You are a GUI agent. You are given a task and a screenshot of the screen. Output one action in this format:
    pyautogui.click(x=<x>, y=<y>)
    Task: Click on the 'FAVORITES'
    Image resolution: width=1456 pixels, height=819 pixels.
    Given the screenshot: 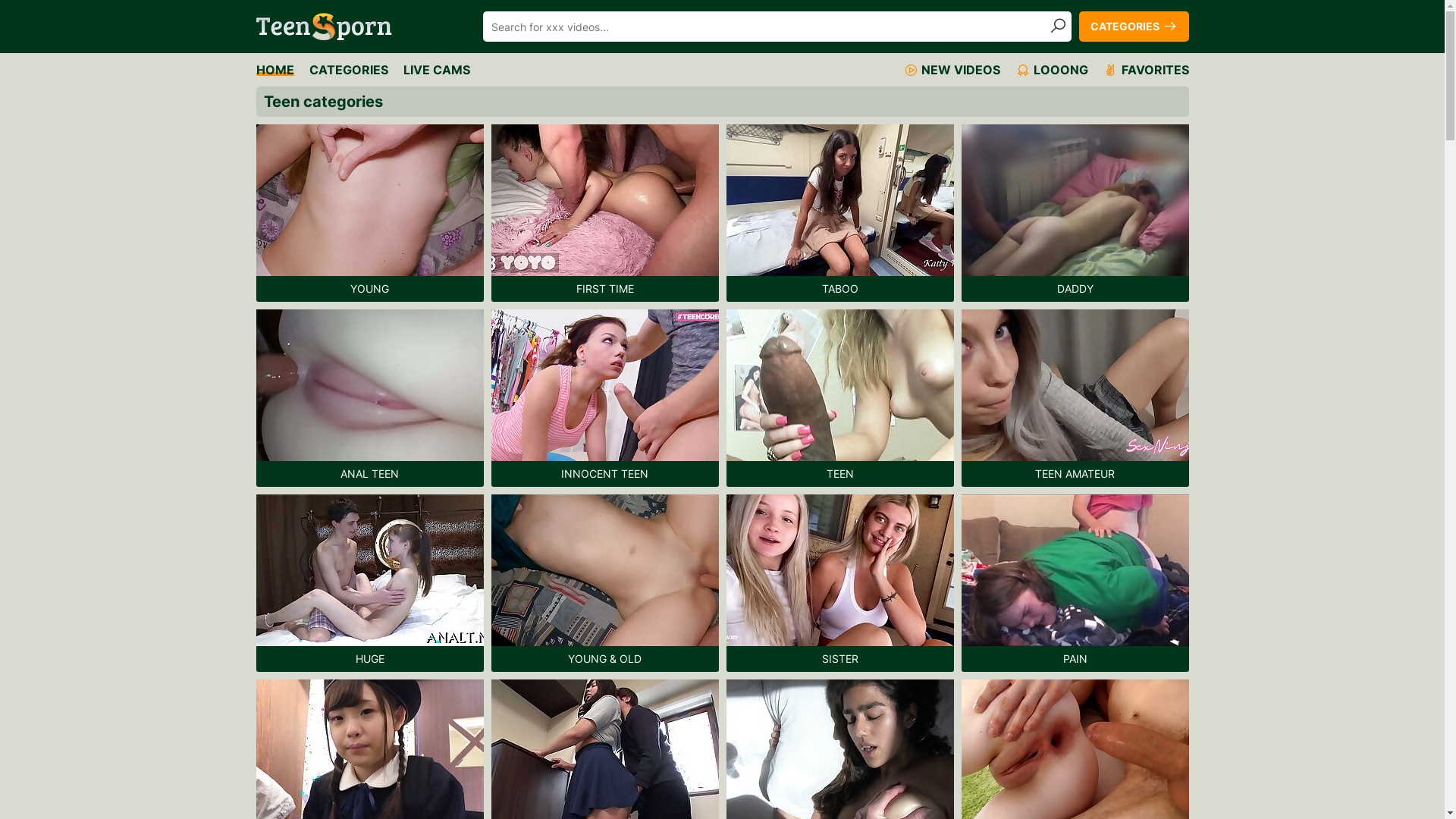 What is the action you would take?
    pyautogui.click(x=1145, y=70)
    